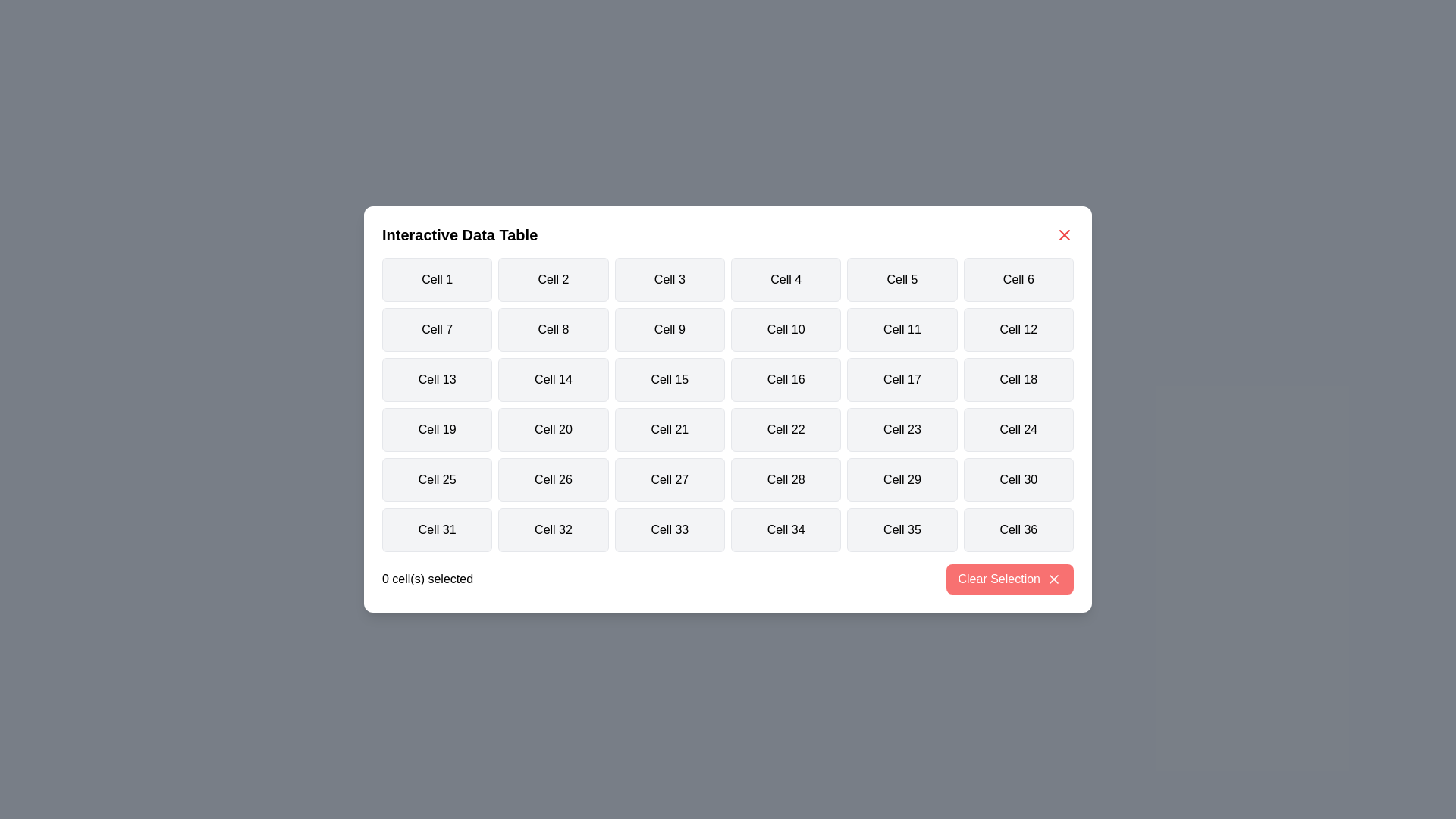 Image resolution: width=1456 pixels, height=819 pixels. I want to click on the close button in the top-right corner of the dialog box, so click(1063, 234).